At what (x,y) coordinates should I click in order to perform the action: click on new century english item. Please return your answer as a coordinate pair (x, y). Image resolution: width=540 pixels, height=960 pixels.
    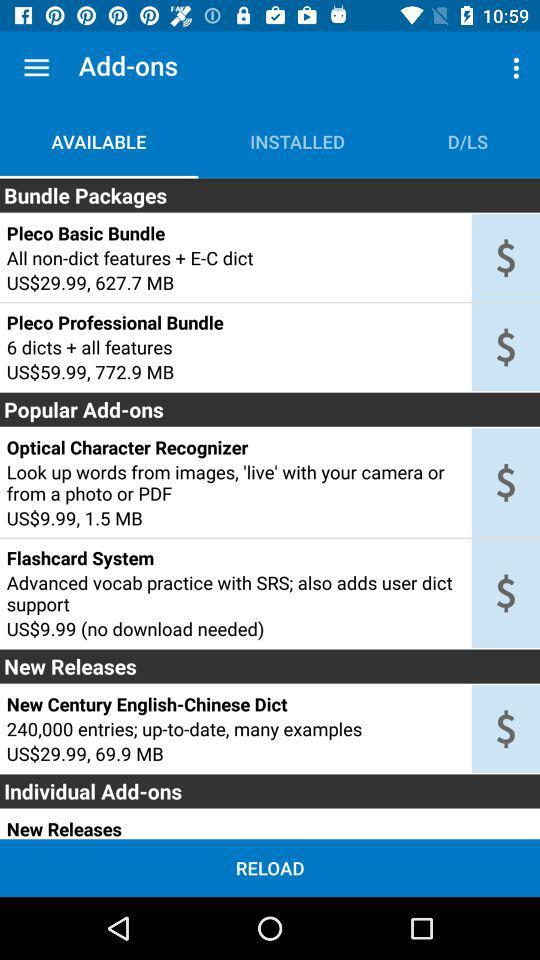
    Looking at the image, I should click on (234, 704).